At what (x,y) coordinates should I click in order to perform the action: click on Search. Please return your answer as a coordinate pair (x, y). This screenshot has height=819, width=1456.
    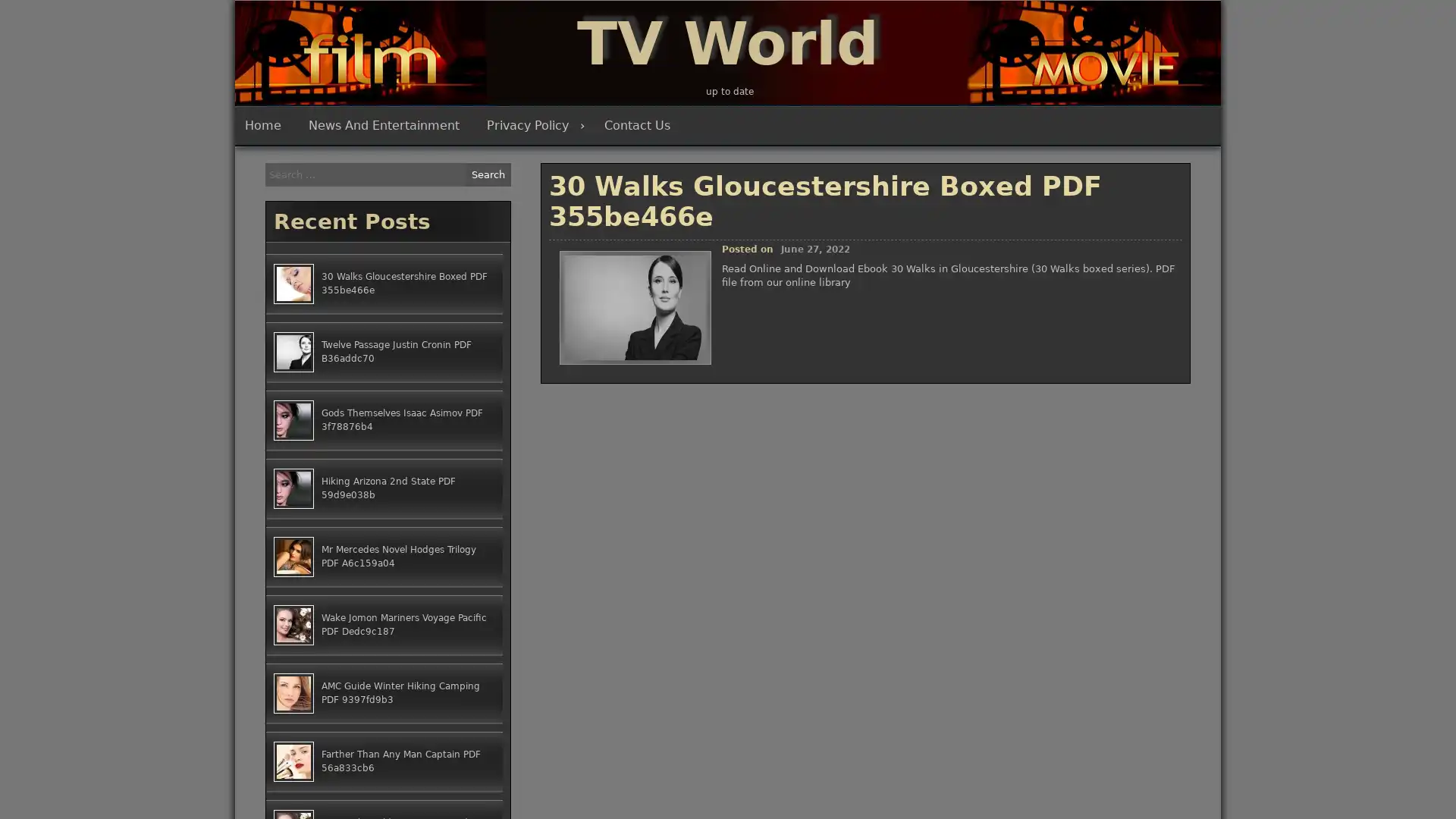
    Looking at the image, I should click on (488, 174).